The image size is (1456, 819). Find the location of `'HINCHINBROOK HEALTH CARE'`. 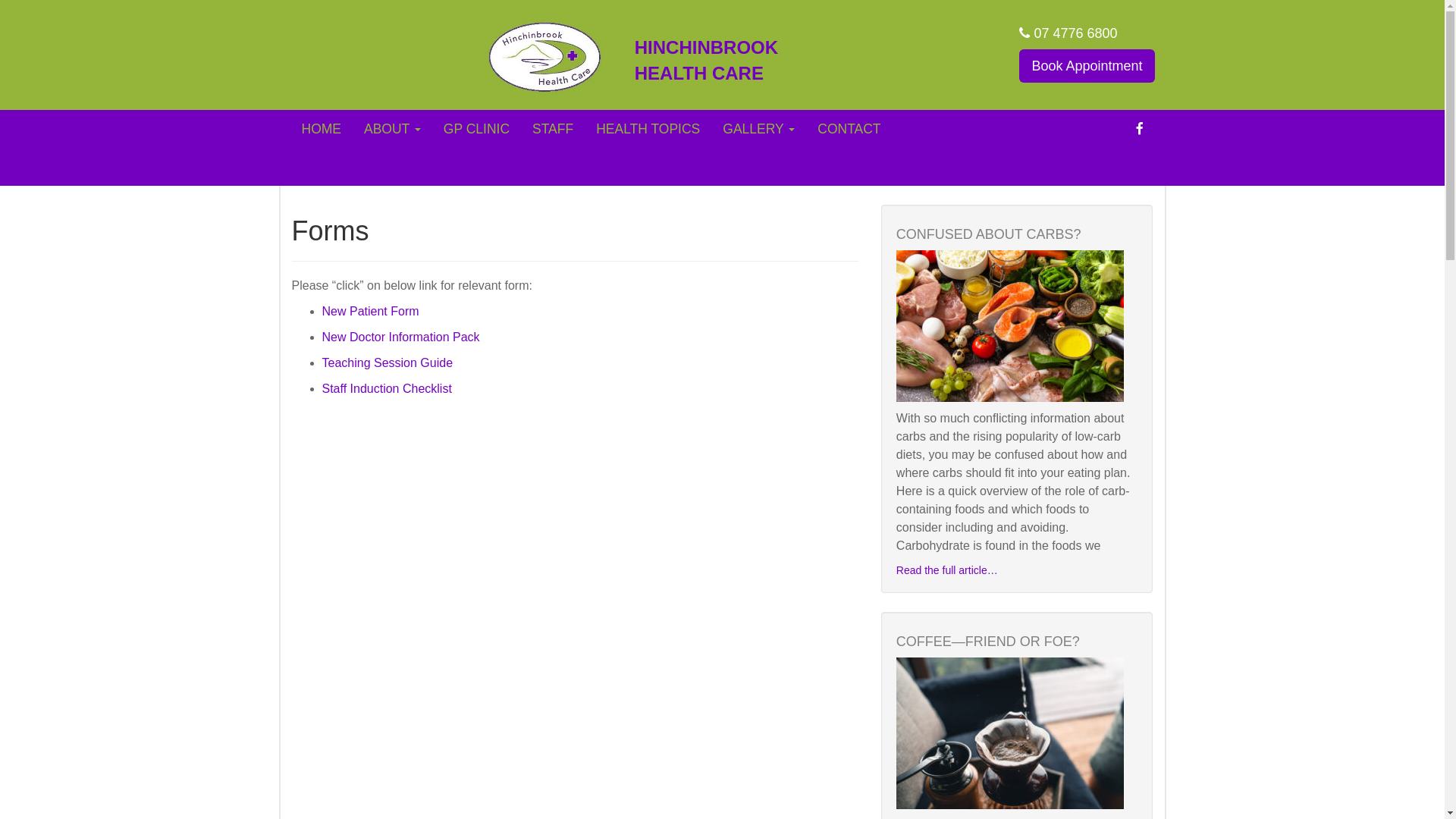

'HINCHINBROOK HEALTH CARE' is located at coordinates (729, 60).